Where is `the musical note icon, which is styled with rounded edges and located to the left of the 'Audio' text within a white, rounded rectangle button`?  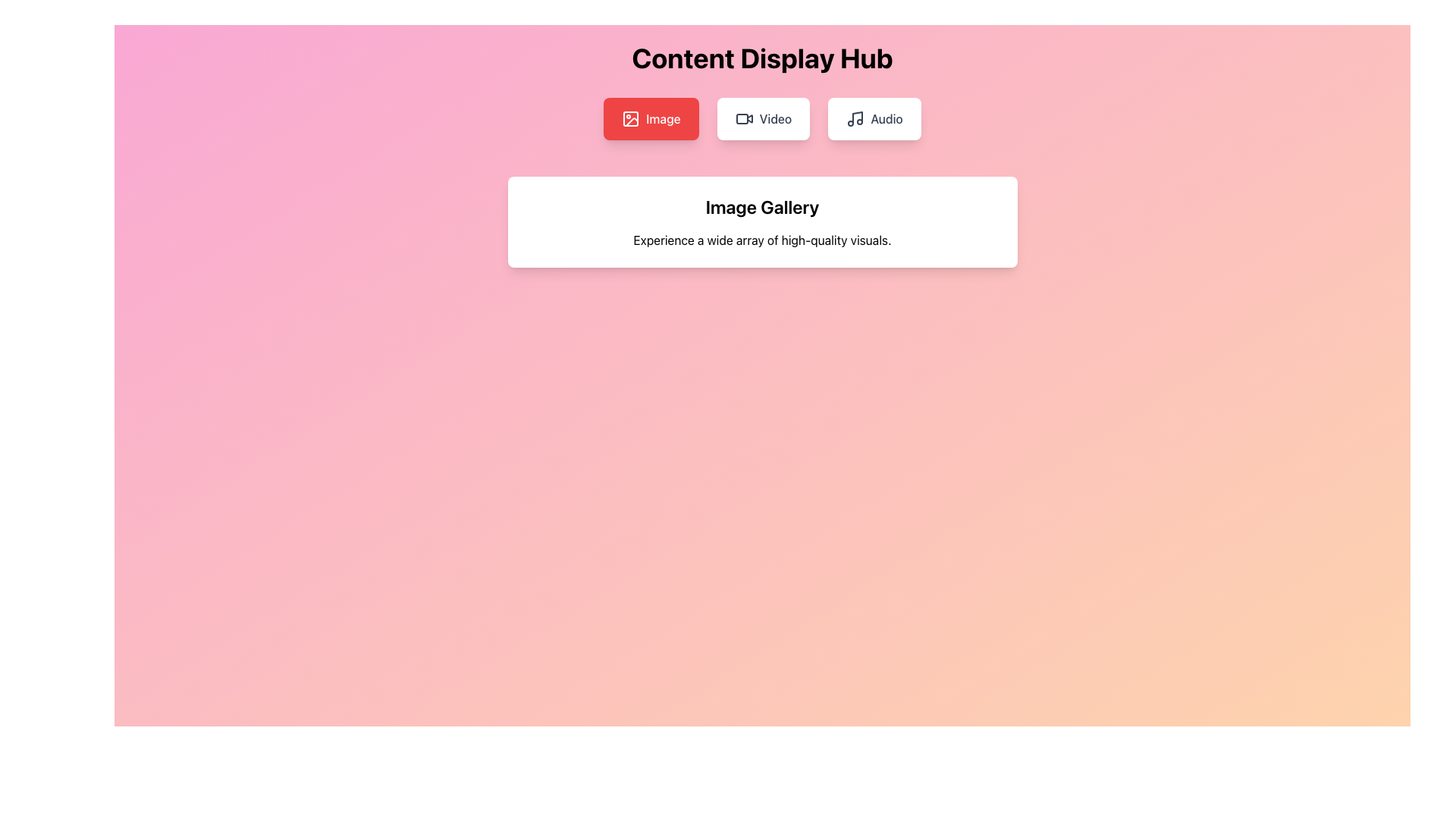
the musical note icon, which is styled with rounded edges and located to the left of the 'Audio' text within a white, rounded rectangle button is located at coordinates (855, 118).